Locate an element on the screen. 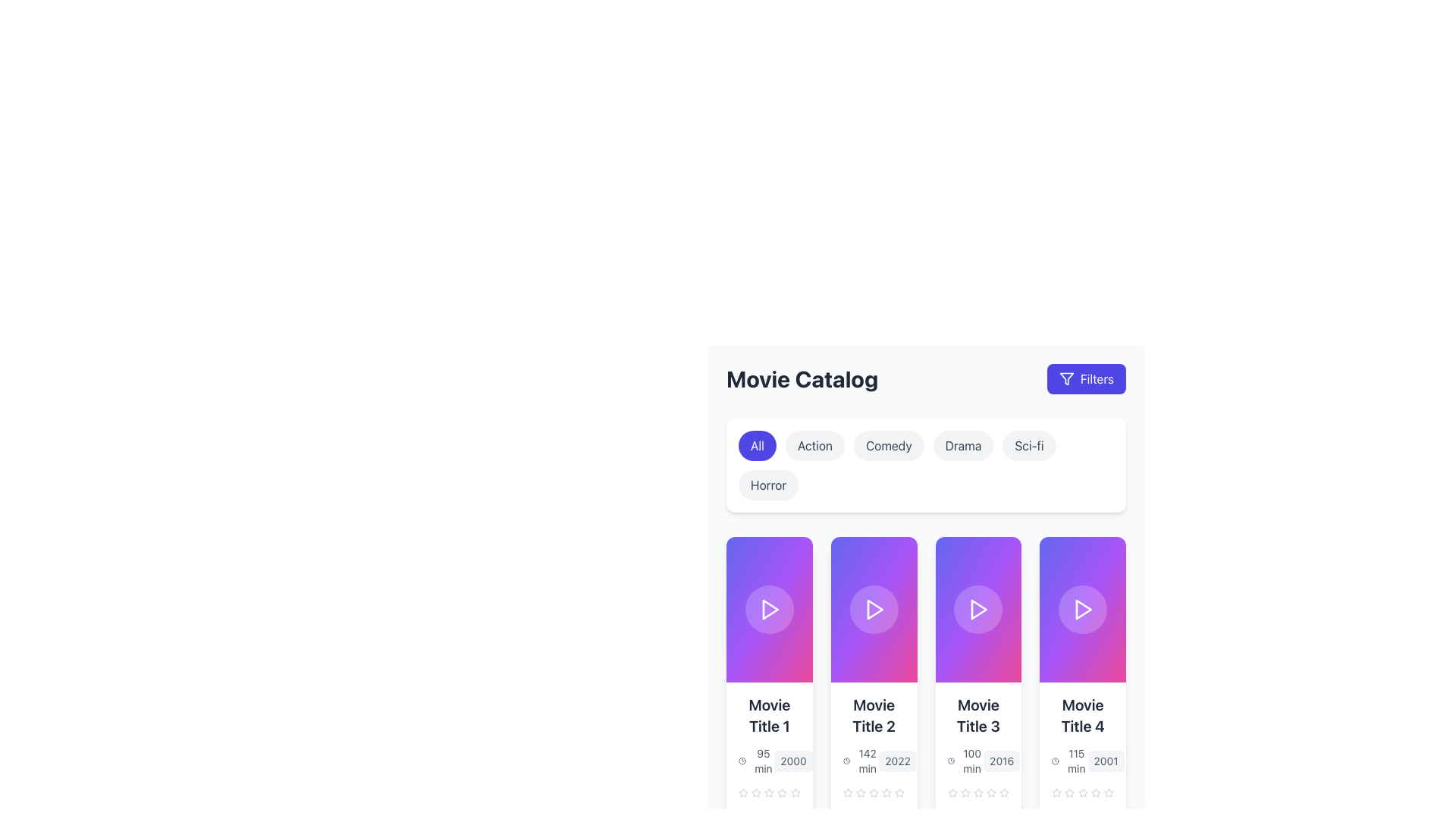 Image resolution: width=1456 pixels, height=819 pixels. the funnel icon located within the purple rectangular button labeled 'Filters' at the top-right corner of the interface is located at coordinates (1065, 378).